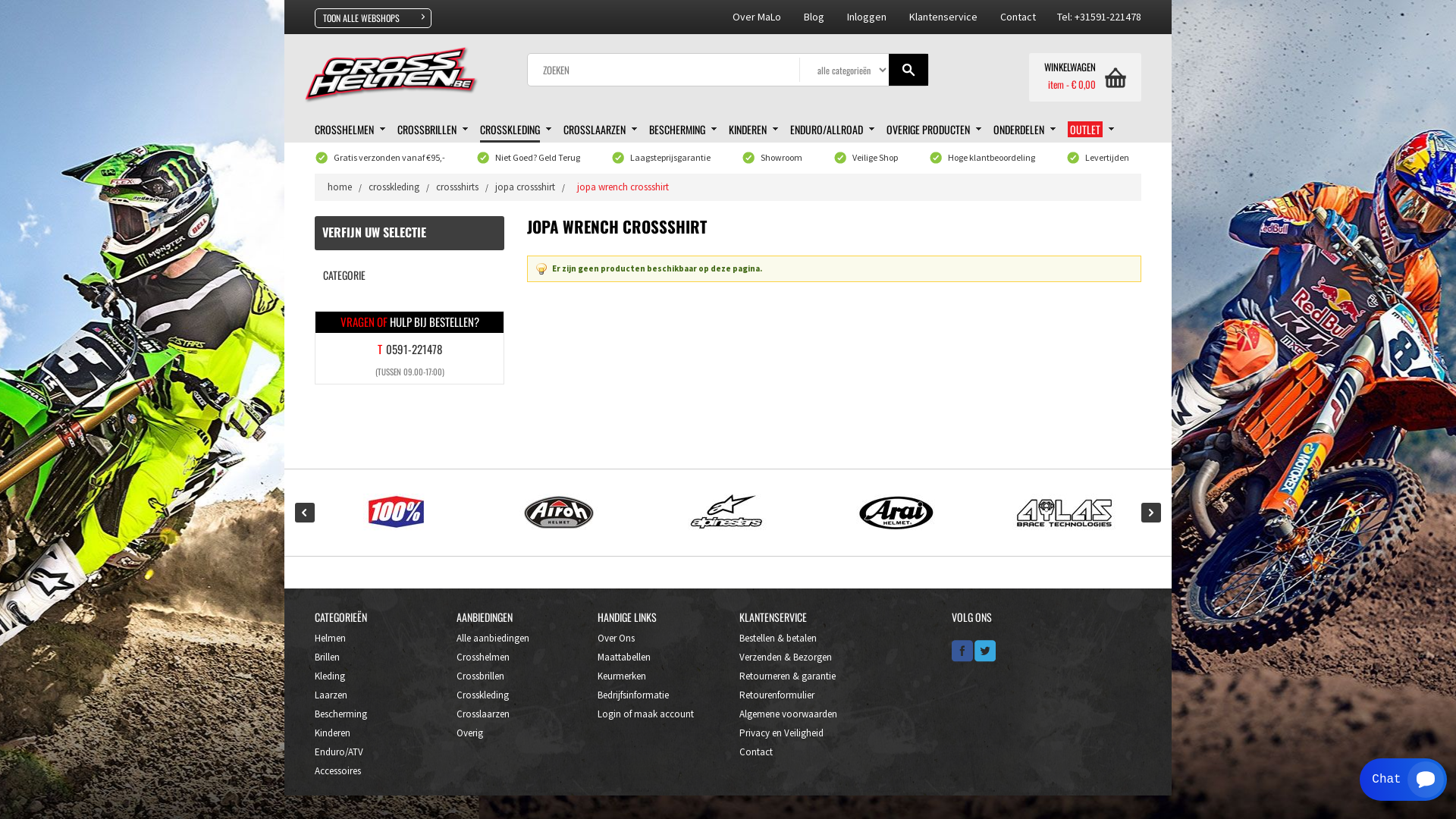 The width and height of the screenshot is (1456, 819). Describe the element at coordinates (596, 674) in the screenshot. I see `'Keurmerken'` at that location.